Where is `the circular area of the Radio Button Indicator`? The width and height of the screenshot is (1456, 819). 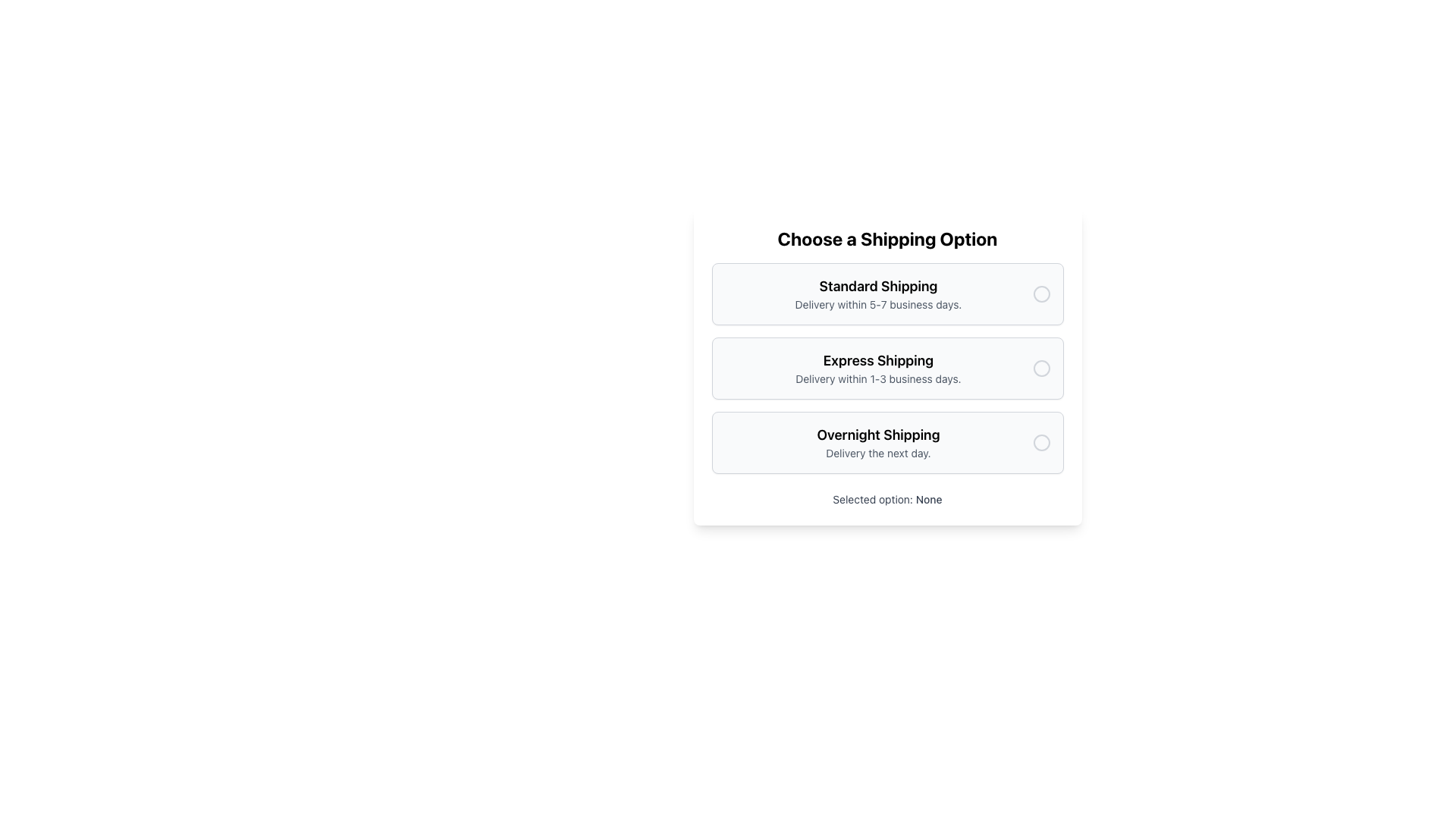
the circular area of the Radio Button Indicator is located at coordinates (1040, 369).